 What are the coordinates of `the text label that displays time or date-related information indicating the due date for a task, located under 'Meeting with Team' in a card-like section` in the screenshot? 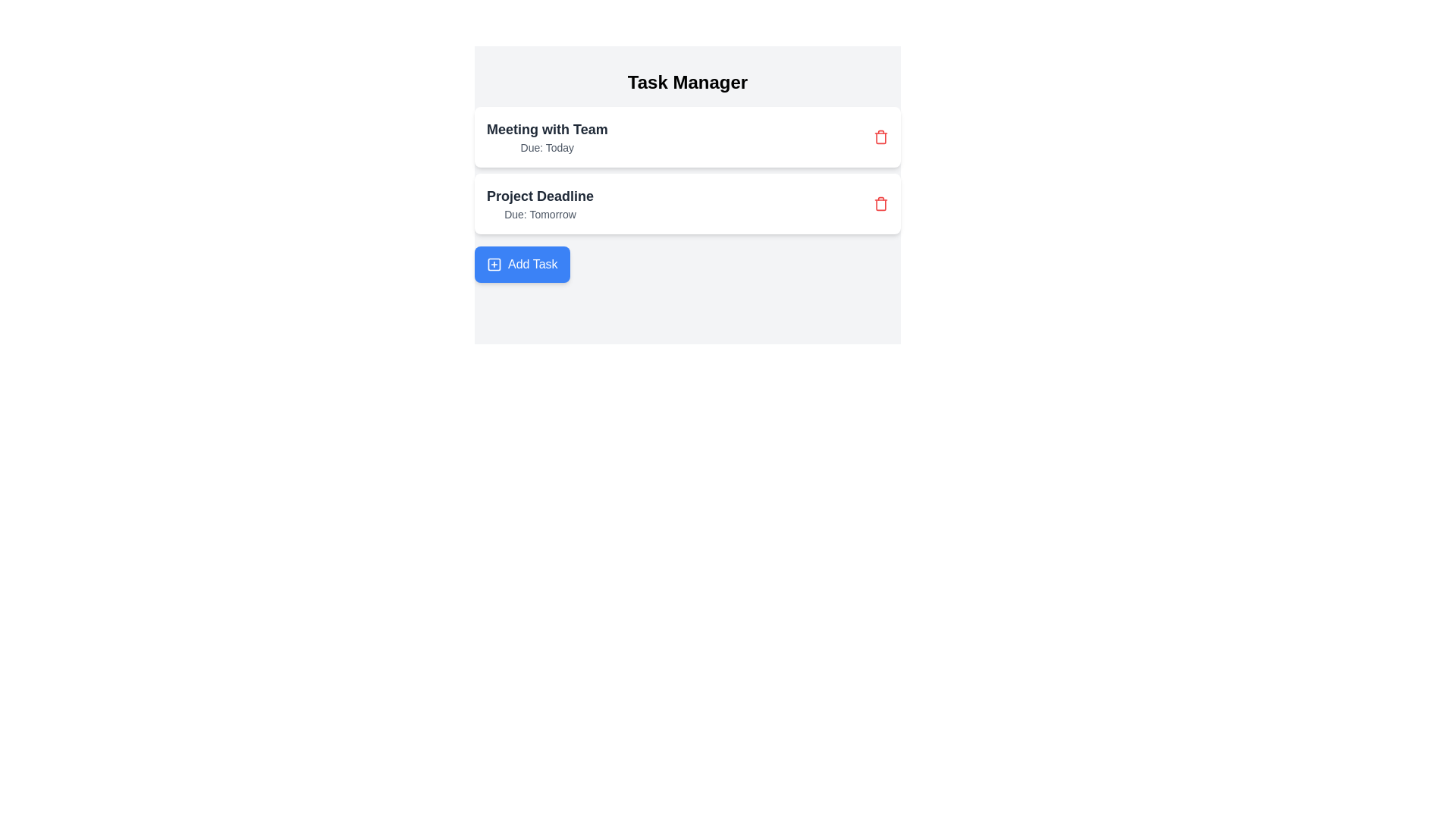 It's located at (546, 148).